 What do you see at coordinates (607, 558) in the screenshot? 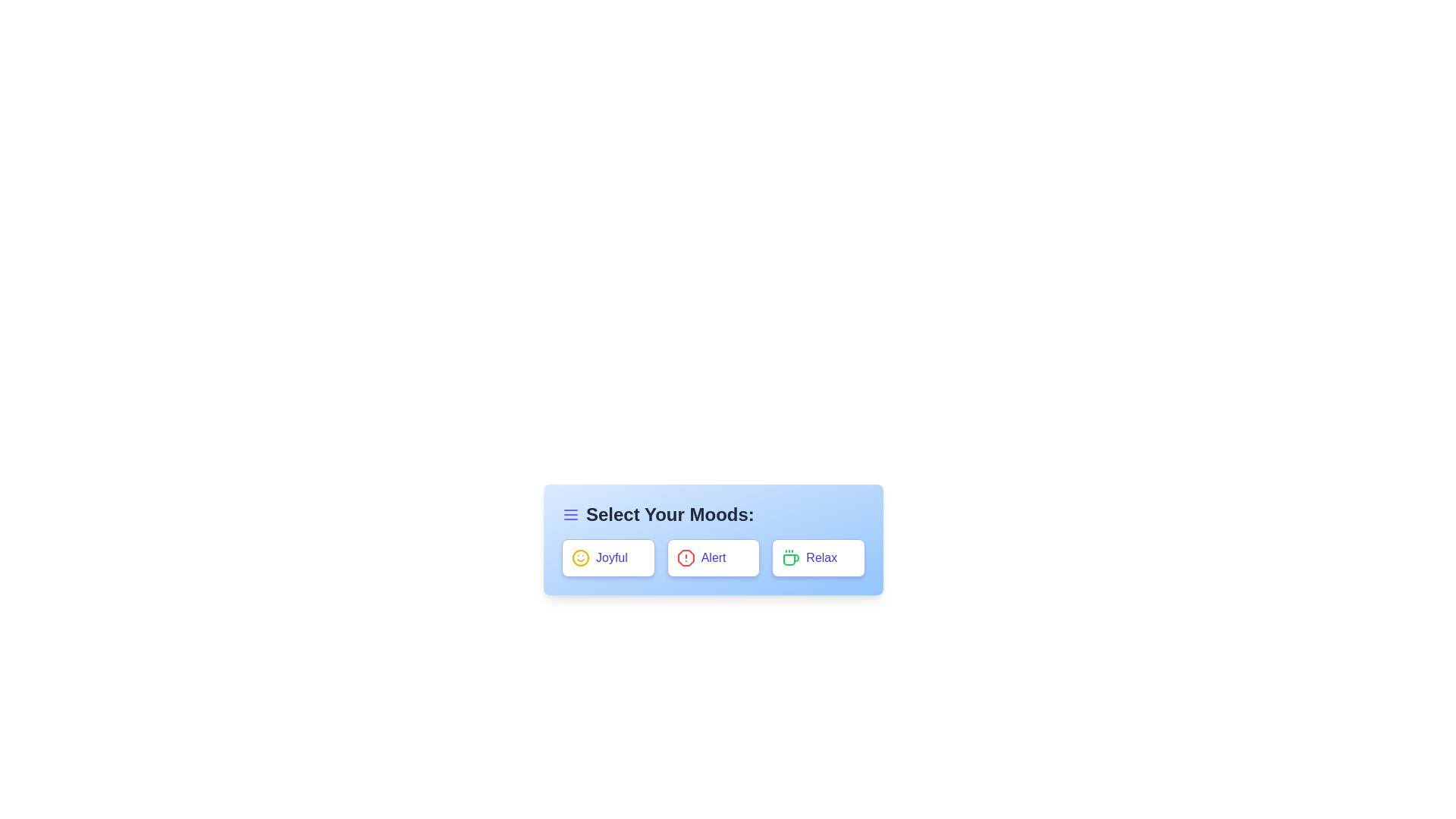
I see `the tag Joyful` at bounding box center [607, 558].